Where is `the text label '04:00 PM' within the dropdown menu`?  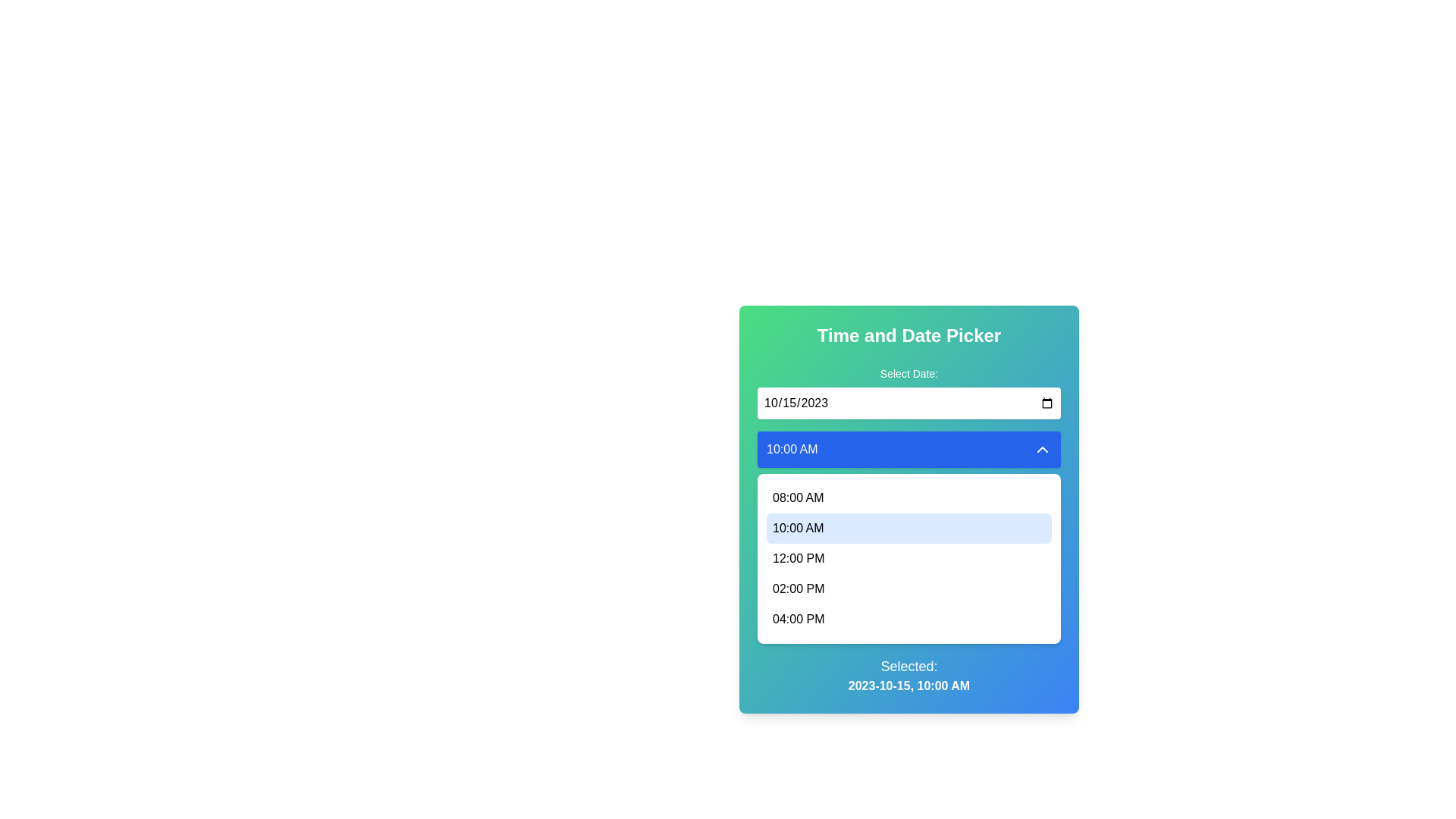 the text label '04:00 PM' within the dropdown menu is located at coordinates (798, 620).